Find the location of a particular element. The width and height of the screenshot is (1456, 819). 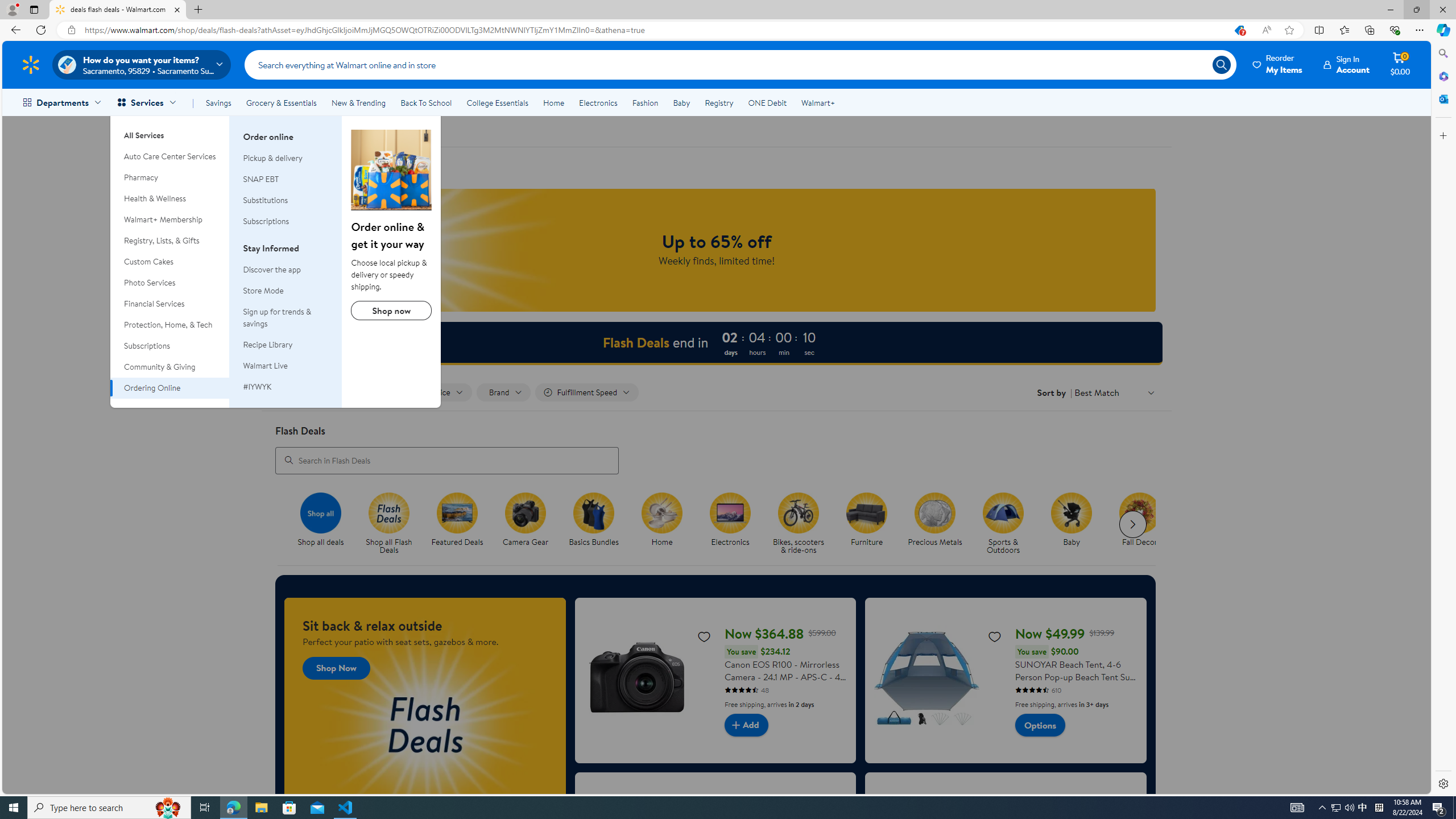

'Bikes, scooters & ride-ons Bikes, scooters & ride-ons' is located at coordinates (798, 523).